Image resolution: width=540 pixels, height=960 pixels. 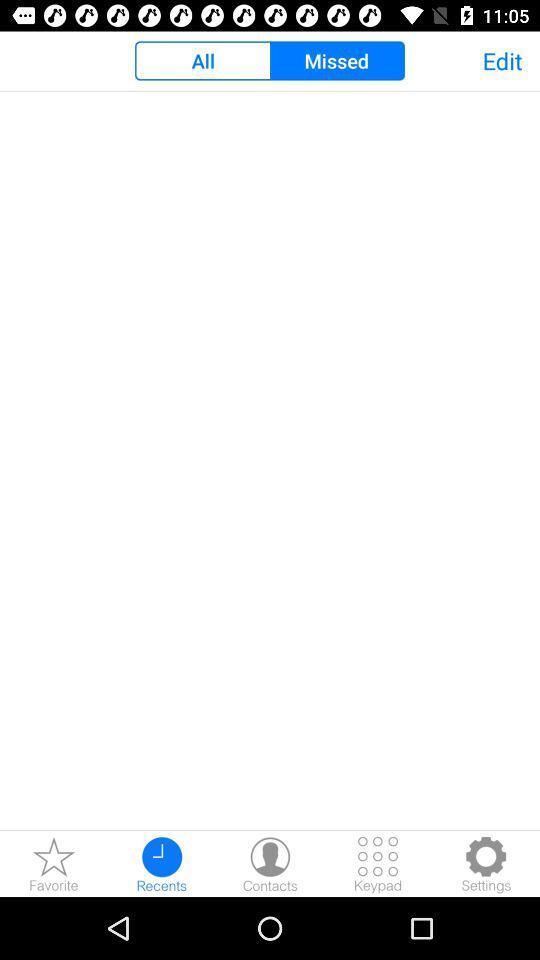 I want to click on the avatar icon, so click(x=270, y=863).